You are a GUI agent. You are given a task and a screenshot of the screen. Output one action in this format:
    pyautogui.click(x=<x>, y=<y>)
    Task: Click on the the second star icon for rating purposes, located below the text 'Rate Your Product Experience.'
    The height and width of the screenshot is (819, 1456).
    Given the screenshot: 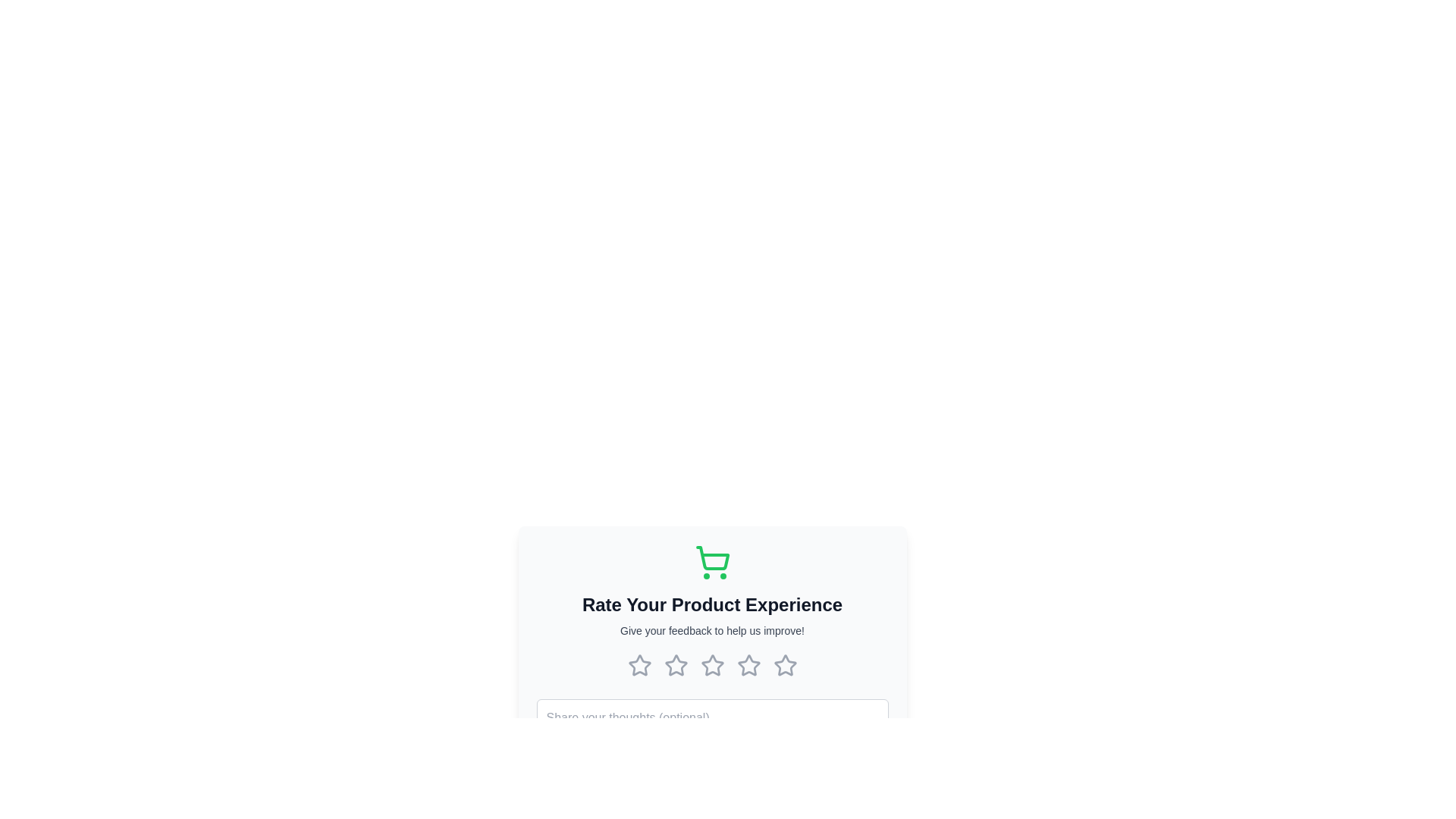 What is the action you would take?
    pyautogui.click(x=675, y=665)
    